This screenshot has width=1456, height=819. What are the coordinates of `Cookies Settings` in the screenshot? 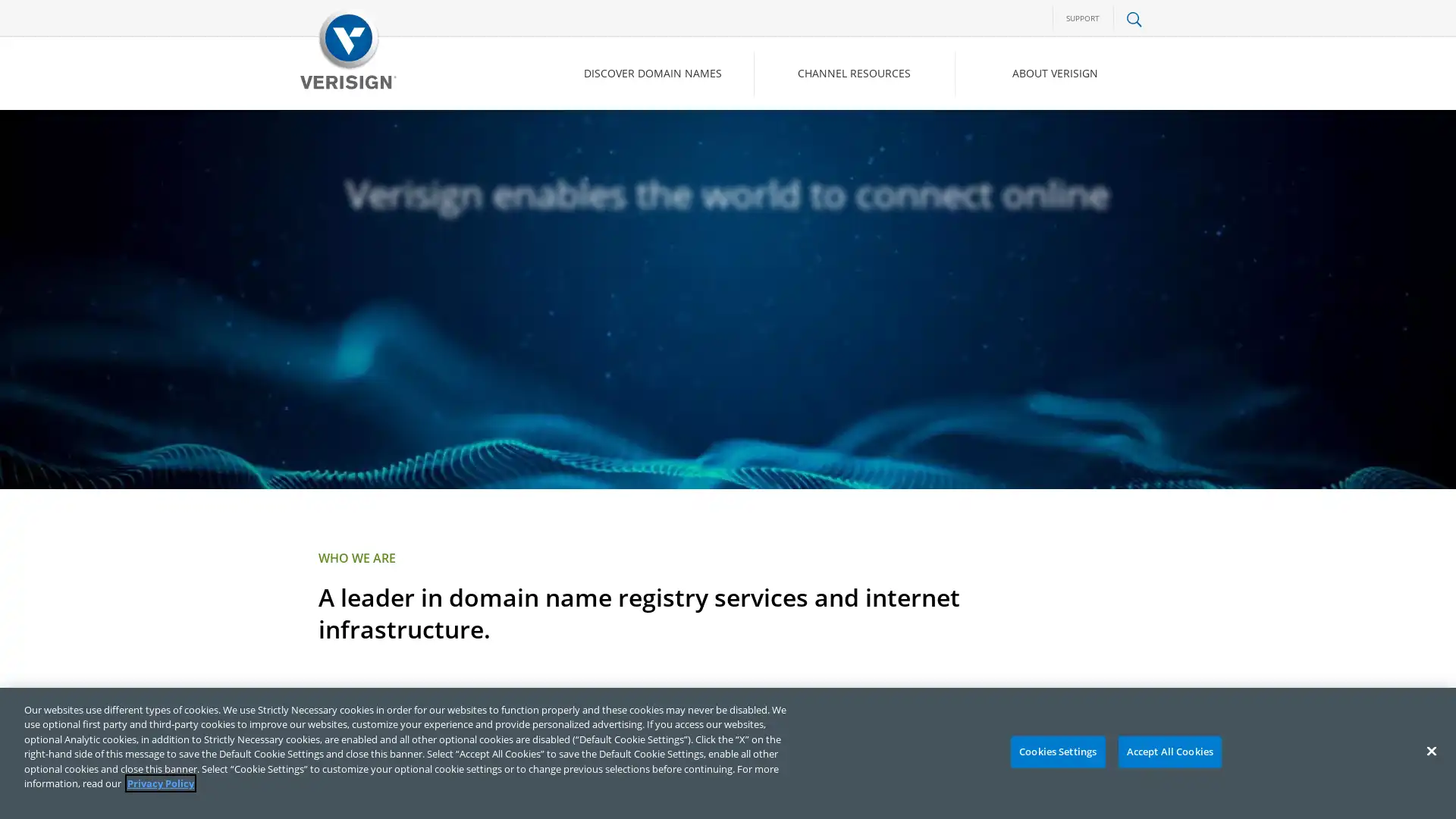 It's located at (1056, 752).